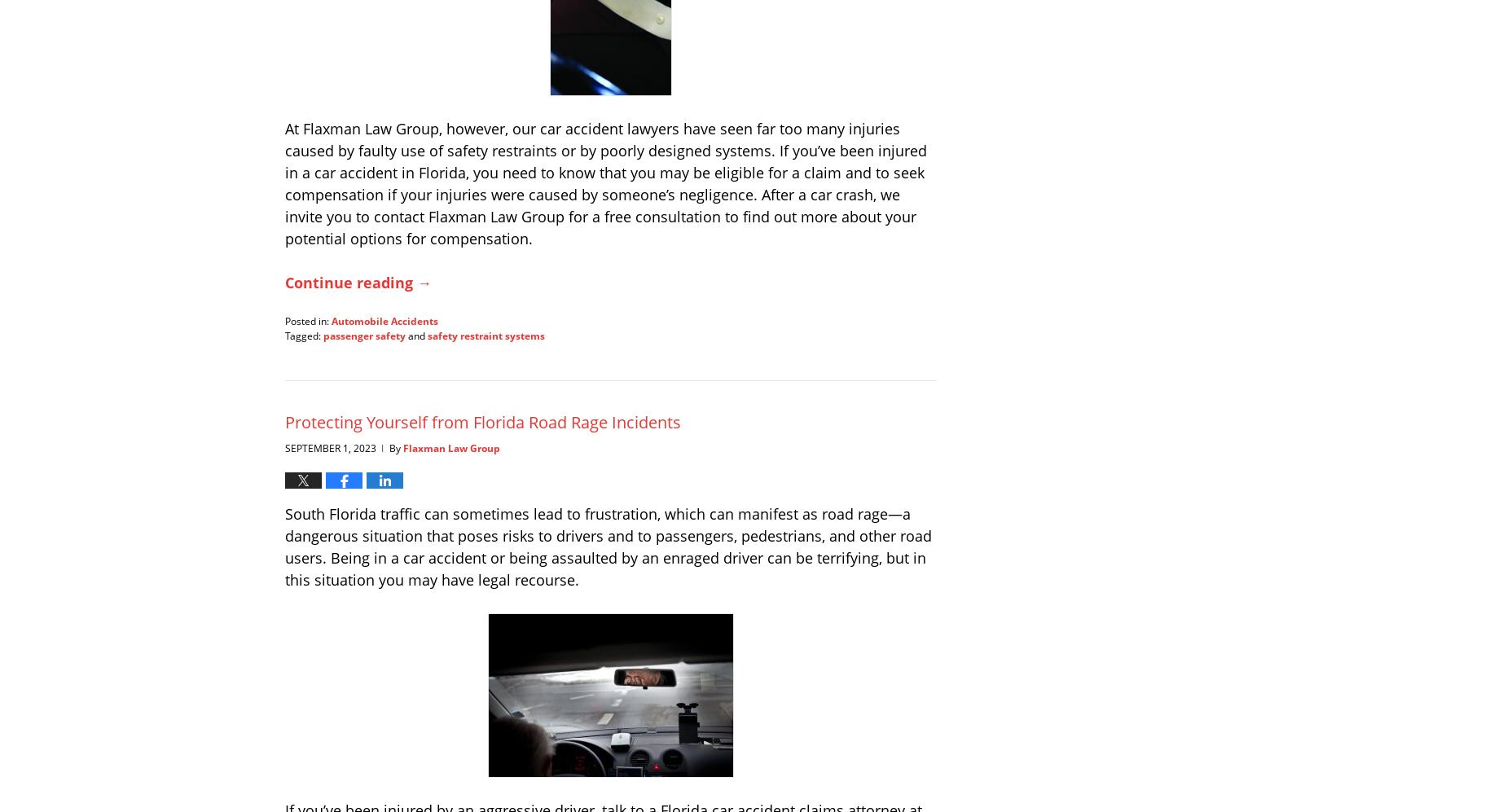 The image size is (1507, 812). What do you see at coordinates (406, 334) in the screenshot?
I see `'and'` at bounding box center [406, 334].